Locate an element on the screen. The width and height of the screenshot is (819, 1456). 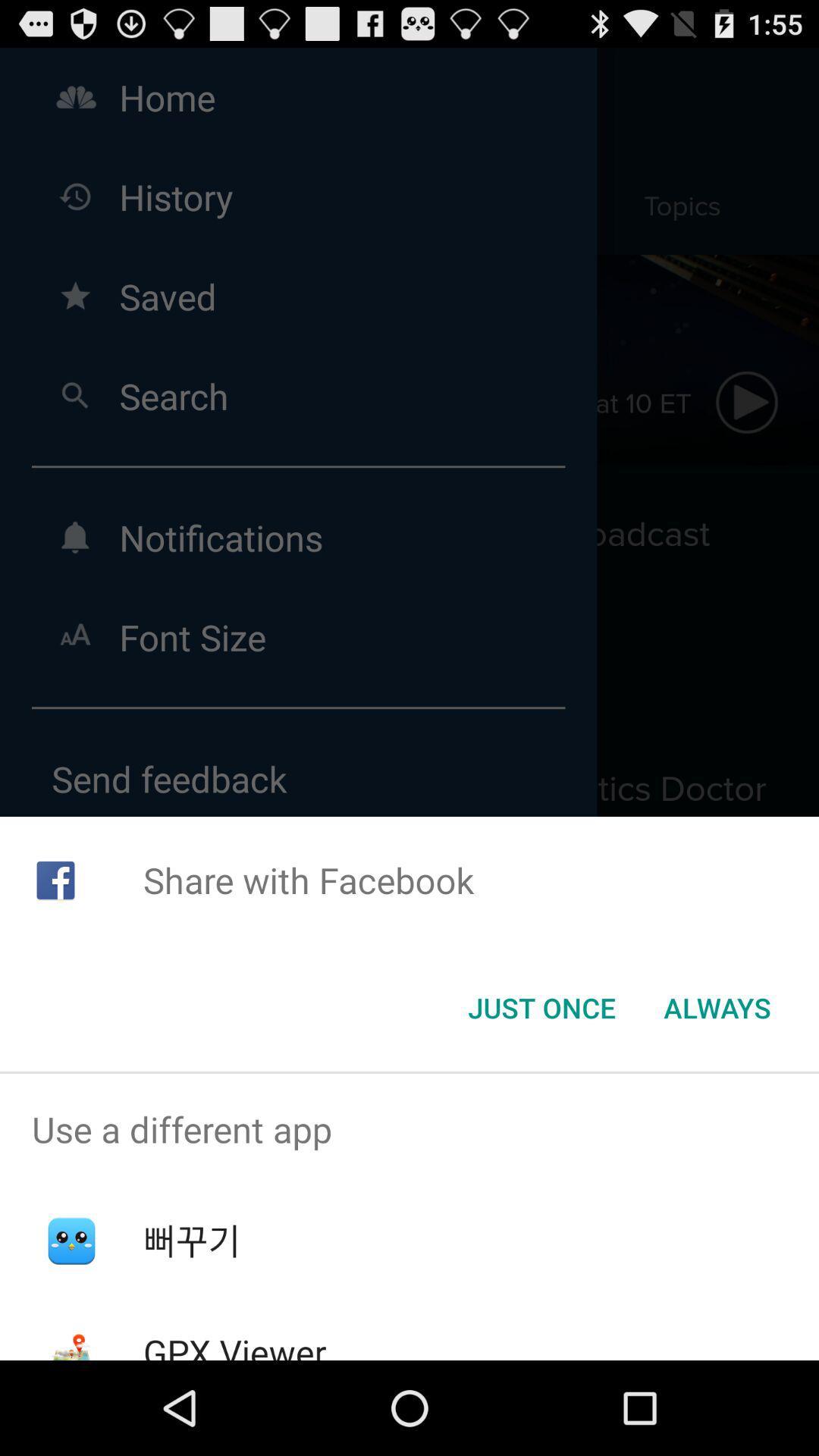
the app below the share with facebook app is located at coordinates (541, 1008).